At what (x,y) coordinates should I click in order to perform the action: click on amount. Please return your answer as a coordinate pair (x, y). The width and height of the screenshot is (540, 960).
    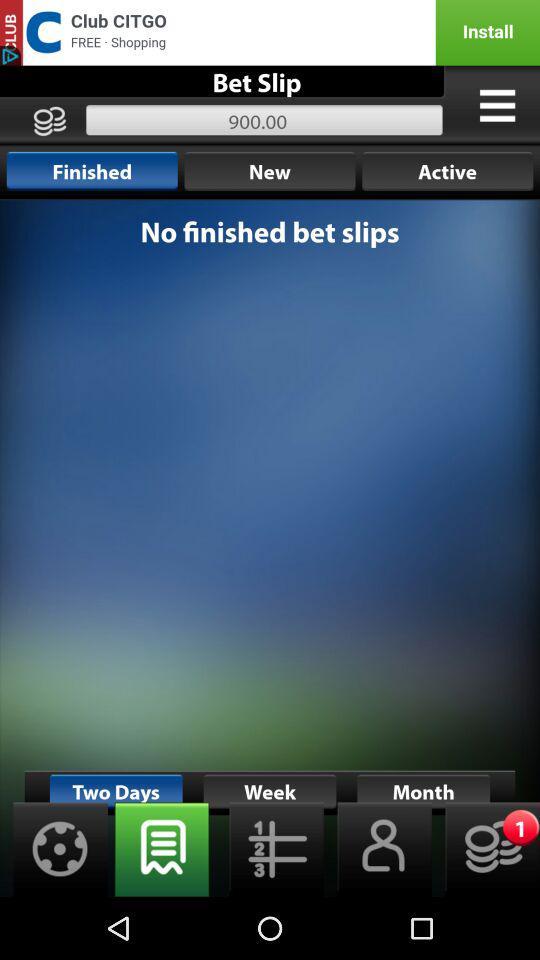
    Looking at the image, I should click on (485, 848).